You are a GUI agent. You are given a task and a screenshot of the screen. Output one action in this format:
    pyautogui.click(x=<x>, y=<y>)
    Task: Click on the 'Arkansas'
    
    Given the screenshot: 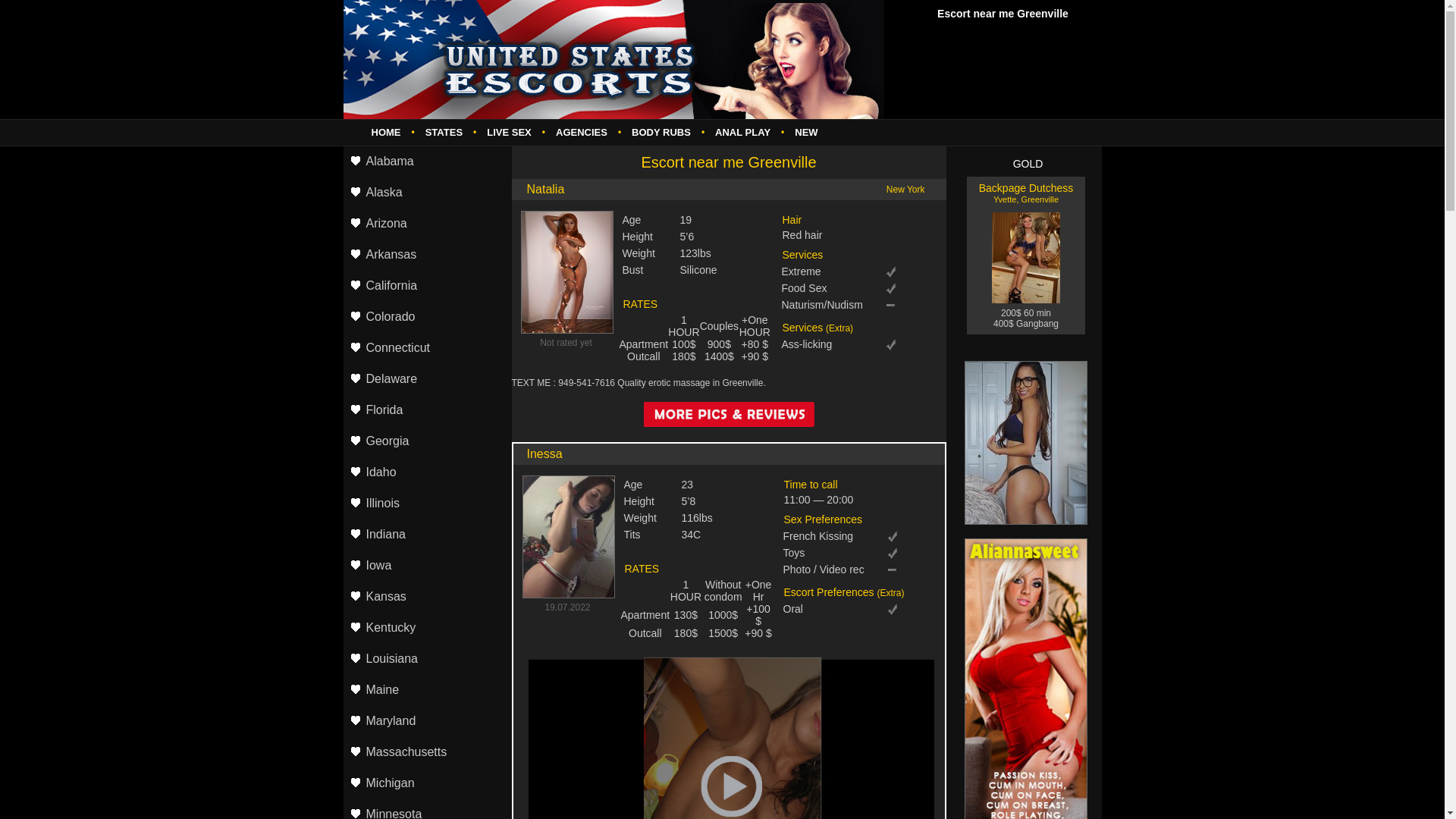 What is the action you would take?
    pyautogui.click(x=425, y=254)
    